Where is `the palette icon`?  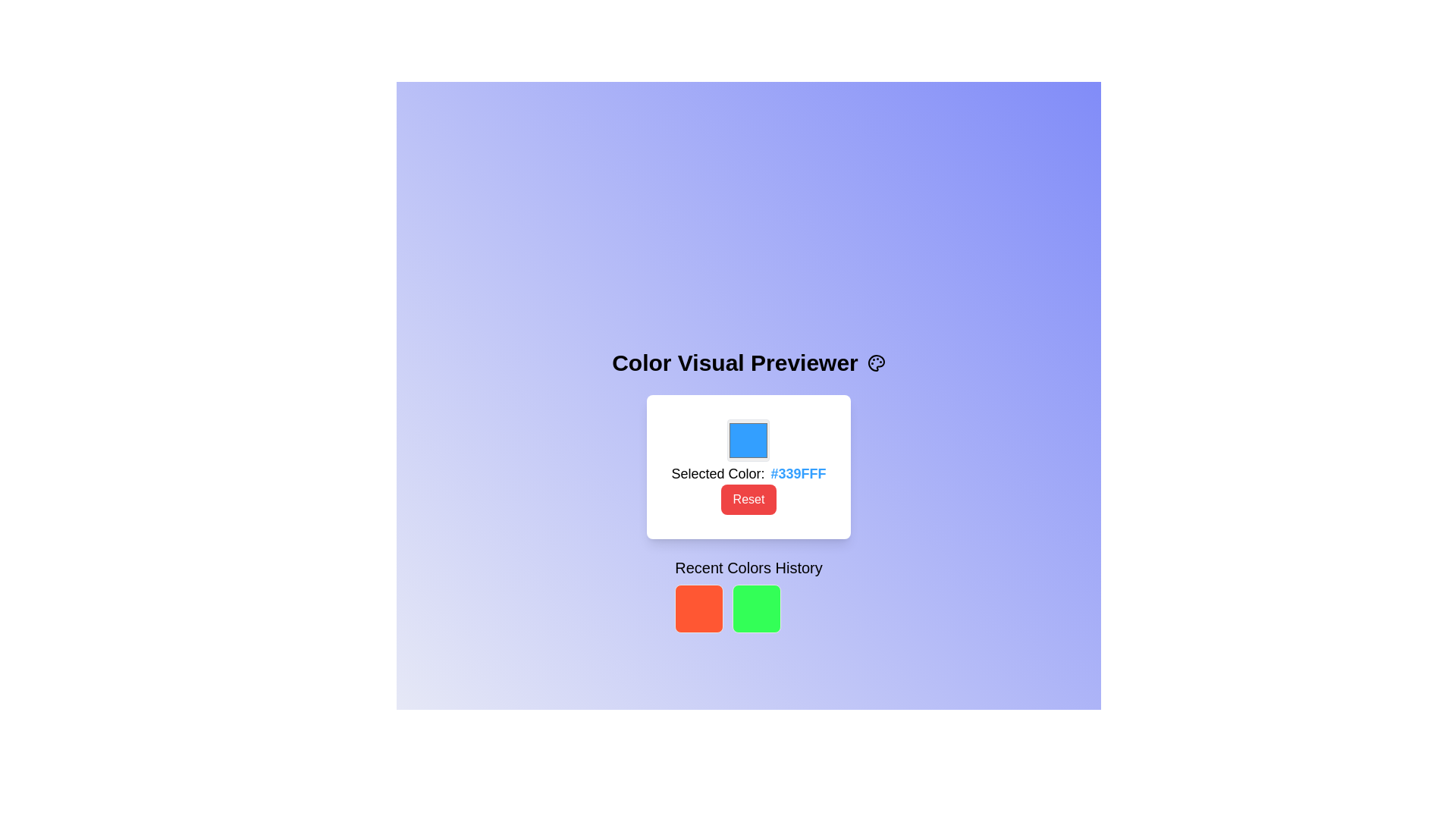
the palette icon is located at coordinates (876, 362).